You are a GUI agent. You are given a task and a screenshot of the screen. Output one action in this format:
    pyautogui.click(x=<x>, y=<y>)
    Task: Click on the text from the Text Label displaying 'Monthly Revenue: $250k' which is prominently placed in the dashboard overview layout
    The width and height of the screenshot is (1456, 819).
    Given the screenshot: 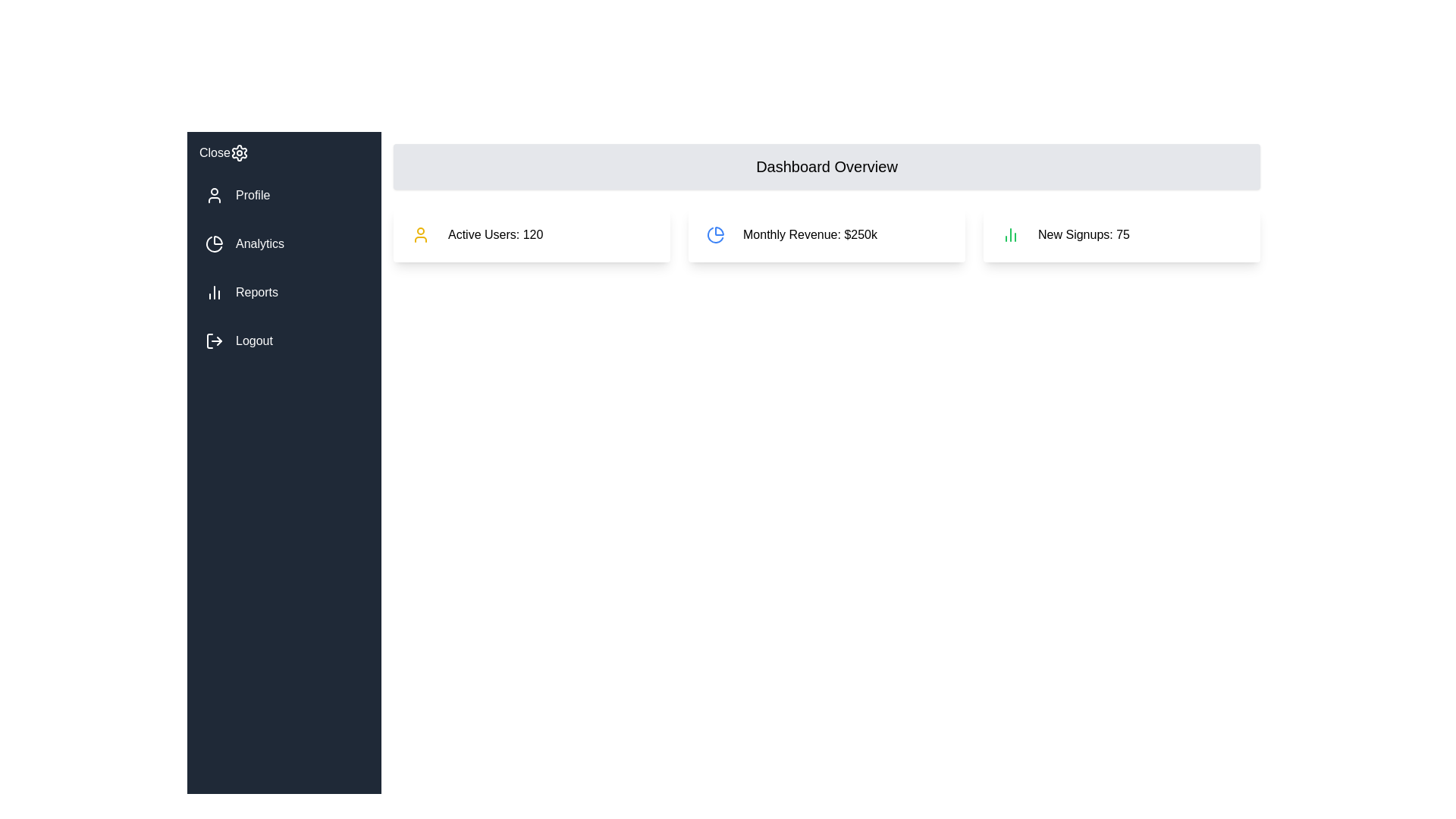 What is the action you would take?
    pyautogui.click(x=809, y=234)
    